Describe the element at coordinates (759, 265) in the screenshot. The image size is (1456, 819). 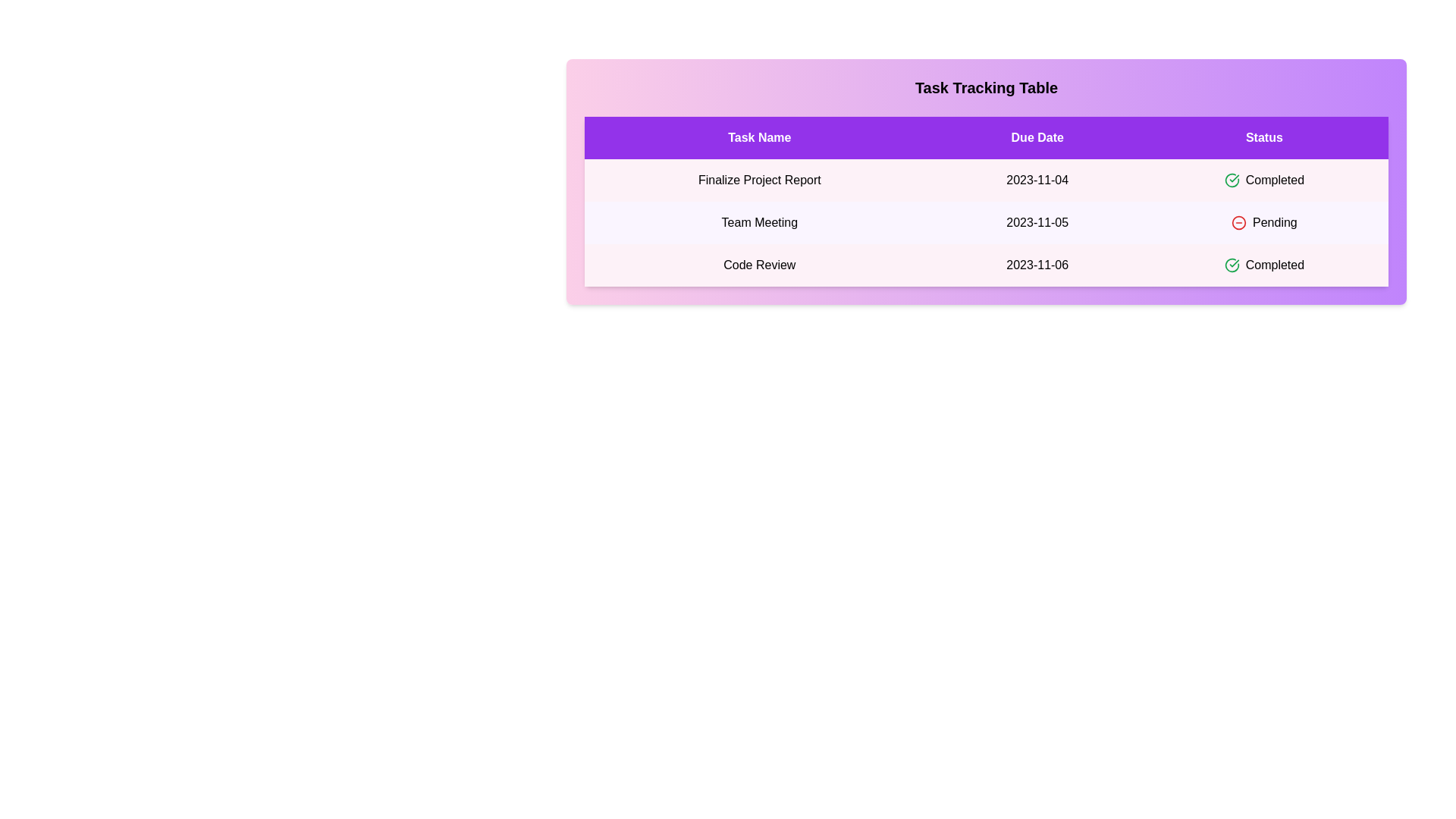
I see `the text 'Code Review' in the table cell` at that location.